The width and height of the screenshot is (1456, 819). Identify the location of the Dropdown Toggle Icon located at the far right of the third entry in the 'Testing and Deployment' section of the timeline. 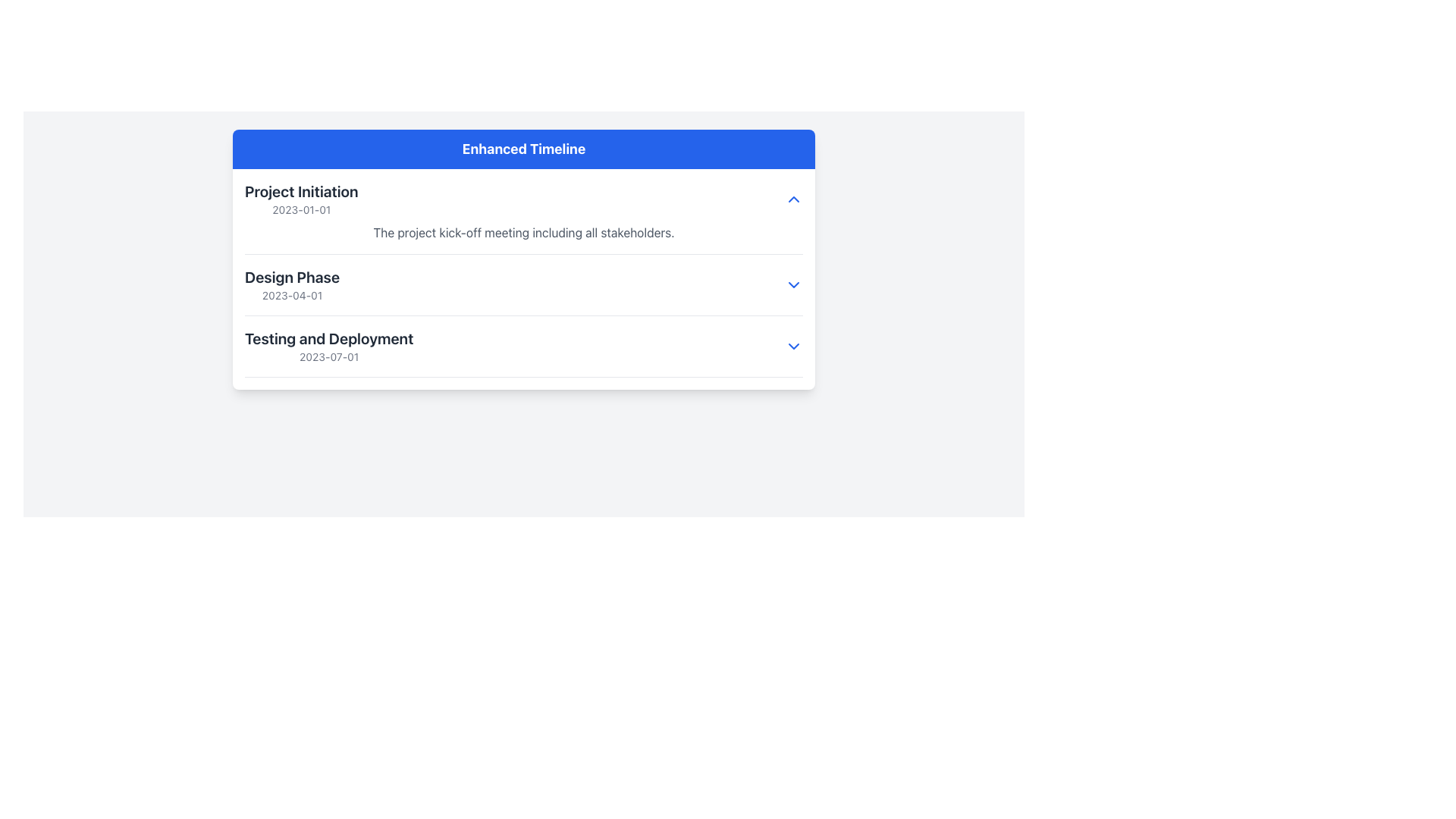
(792, 346).